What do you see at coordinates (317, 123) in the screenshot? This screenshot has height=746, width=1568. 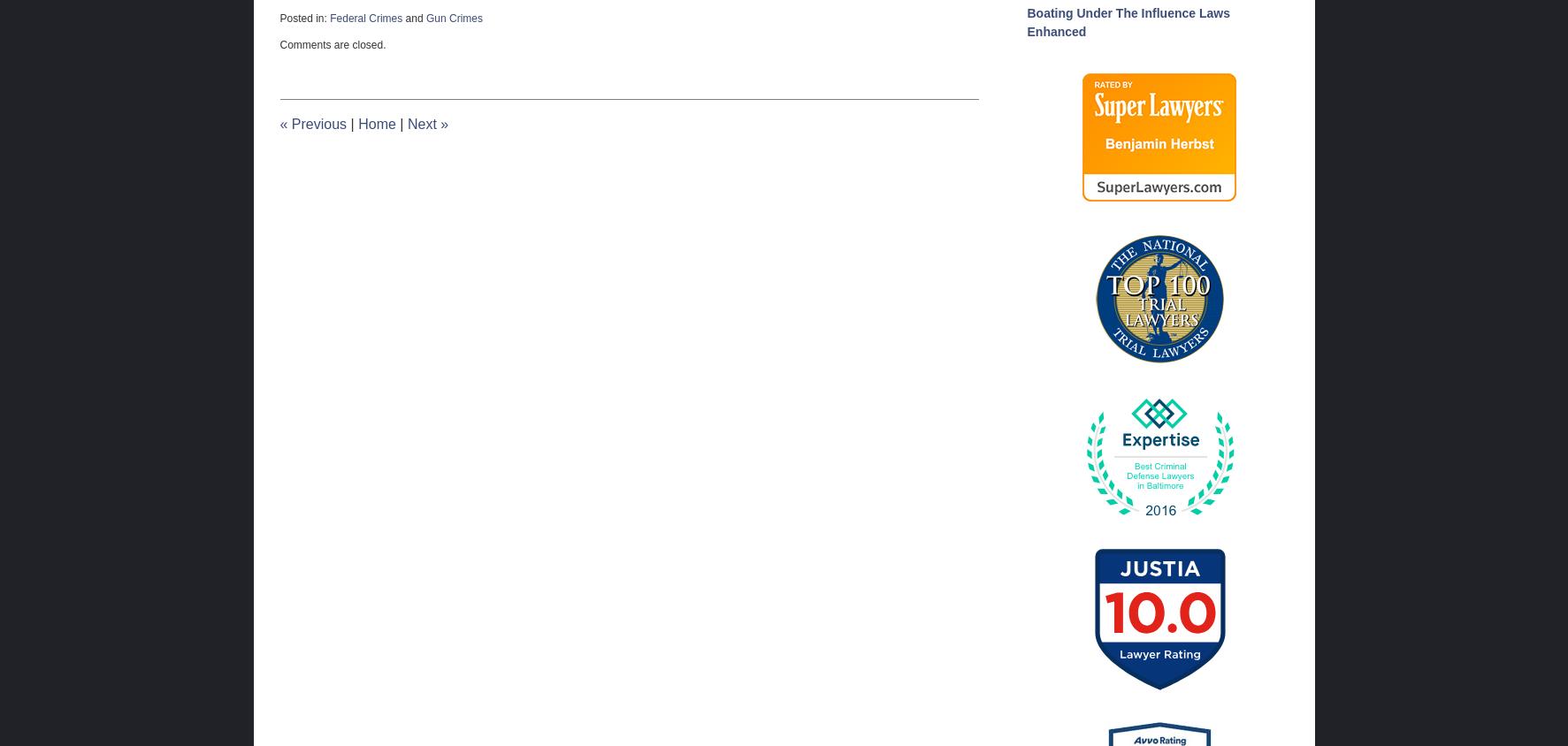 I see `'Previous'` at bounding box center [317, 123].